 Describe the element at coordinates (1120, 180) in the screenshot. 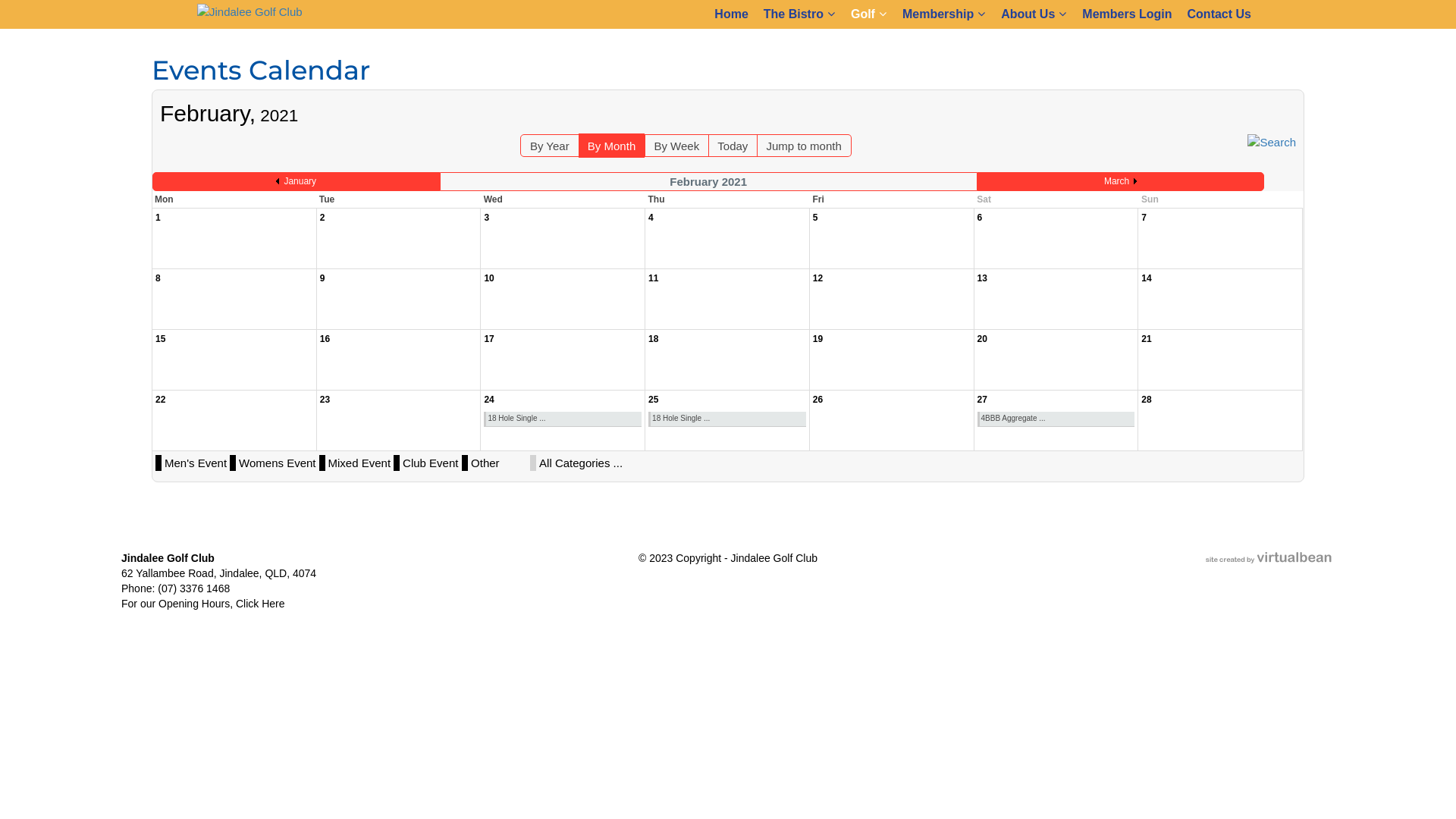

I see `'March'` at that location.